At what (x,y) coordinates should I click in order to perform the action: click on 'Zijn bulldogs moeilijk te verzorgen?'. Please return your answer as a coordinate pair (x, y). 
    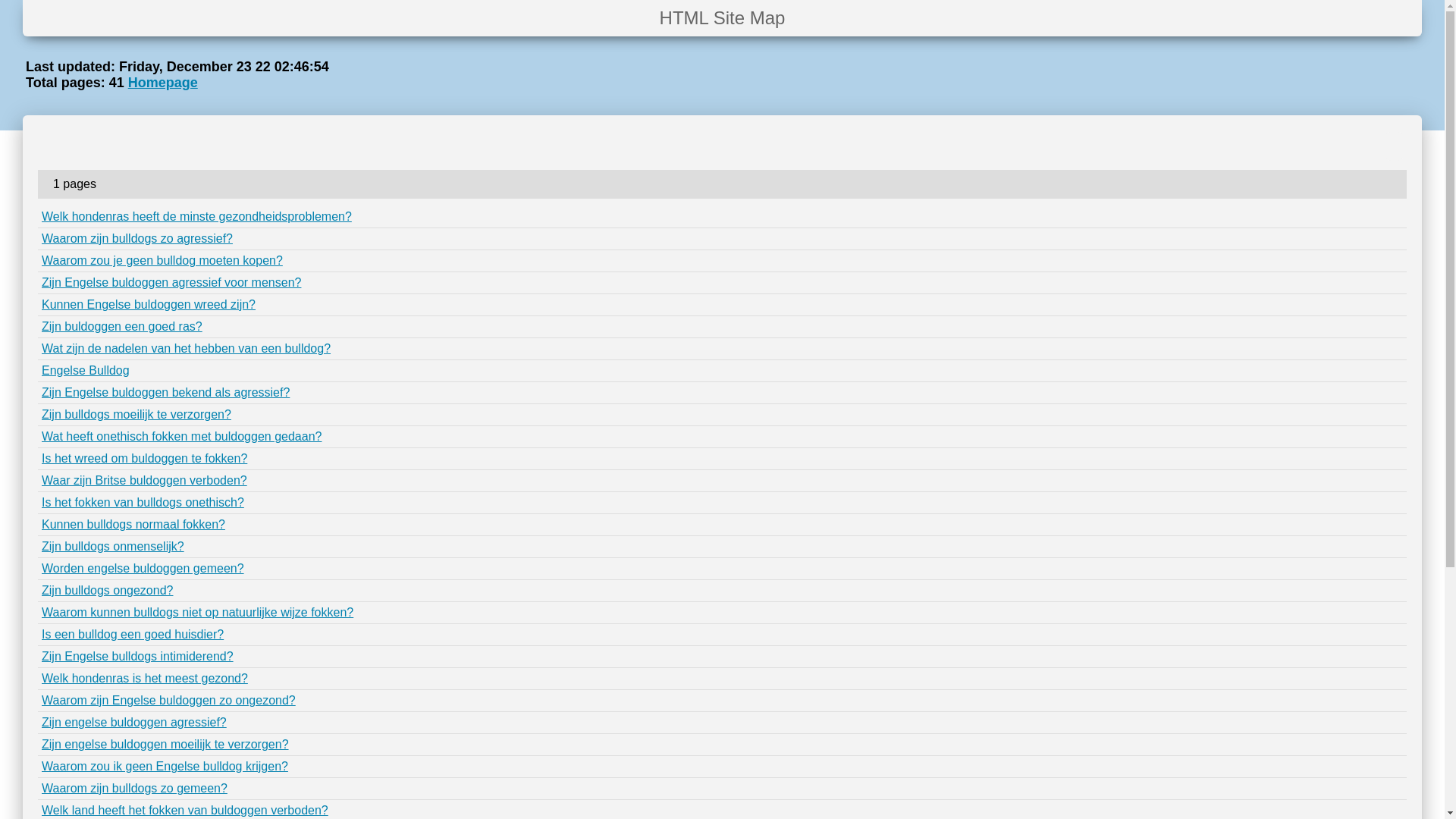
    Looking at the image, I should click on (136, 414).